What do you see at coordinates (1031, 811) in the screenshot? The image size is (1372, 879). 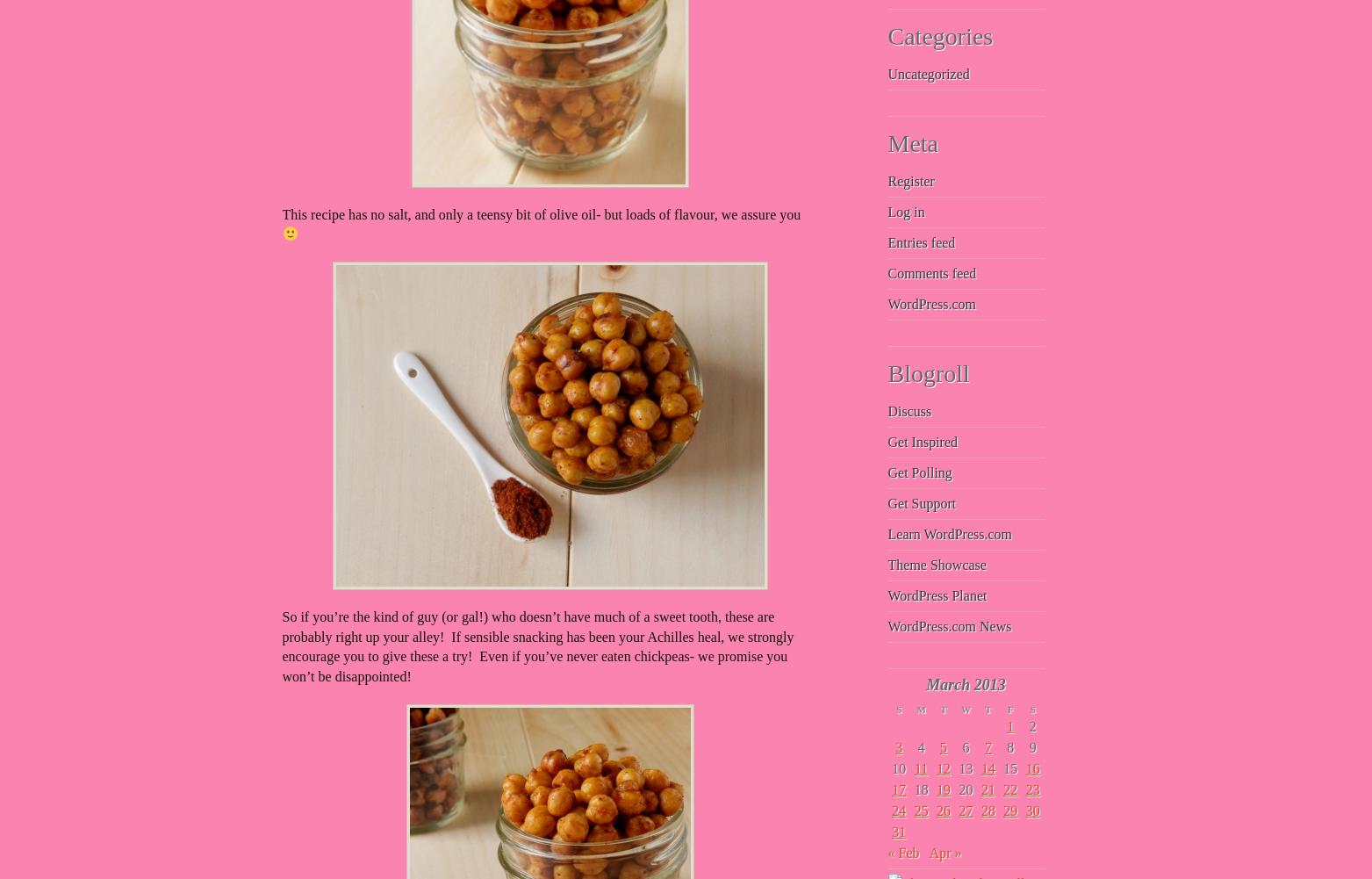 I see `'30'` at bounding box center [1031, 811].